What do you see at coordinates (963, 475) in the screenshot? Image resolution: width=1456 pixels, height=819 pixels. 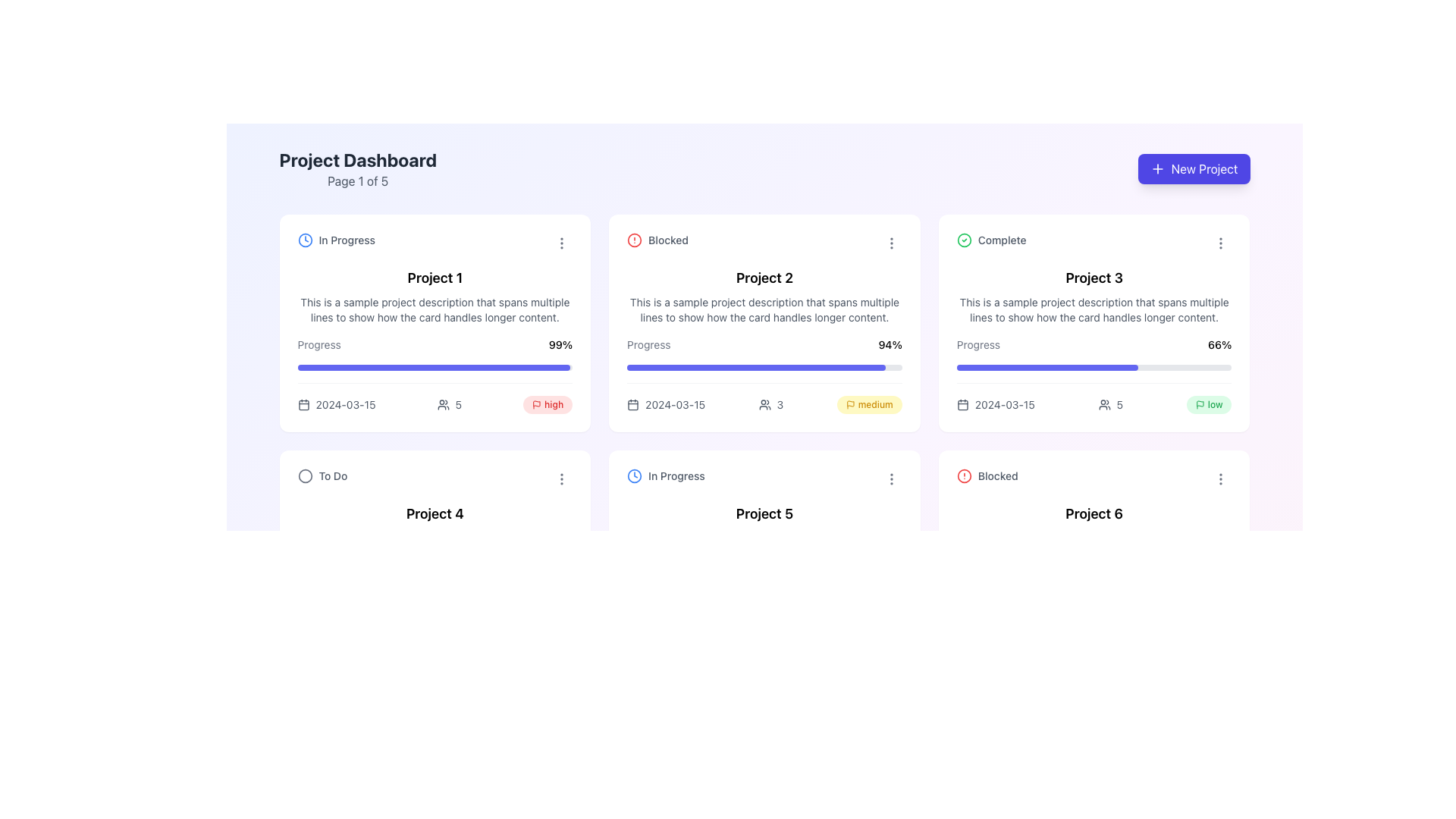 I see `the circular red icon with a white interior and a red alert symbol located to the left of the text 'Blocked' in the second card of the second row` at bounding box center [963, 475].